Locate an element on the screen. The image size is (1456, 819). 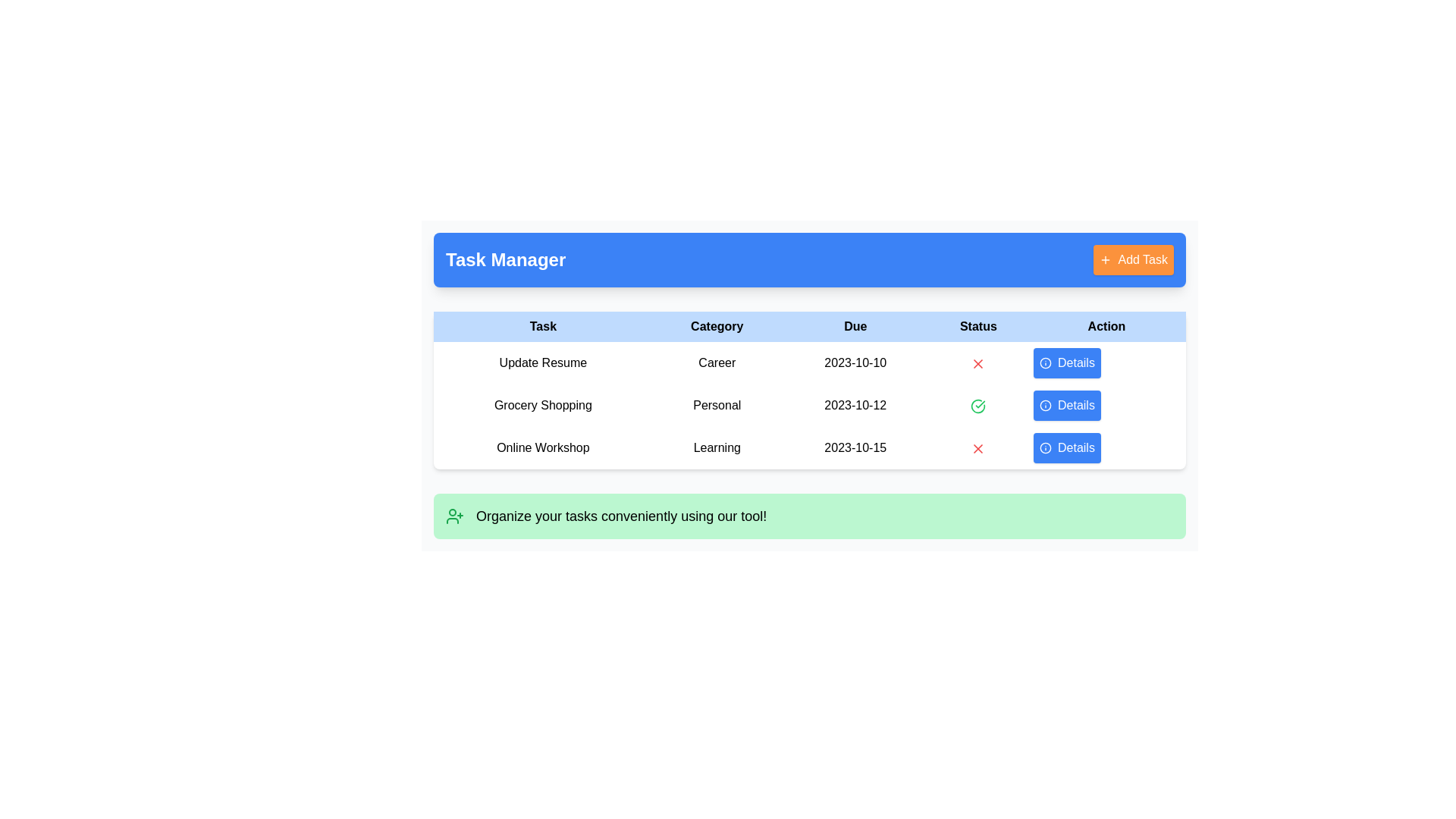
the 'Category' header label in the table, which is the second of five sibling items (Task, Category, Due, Status, Action) is located at coordinates (716, 326).